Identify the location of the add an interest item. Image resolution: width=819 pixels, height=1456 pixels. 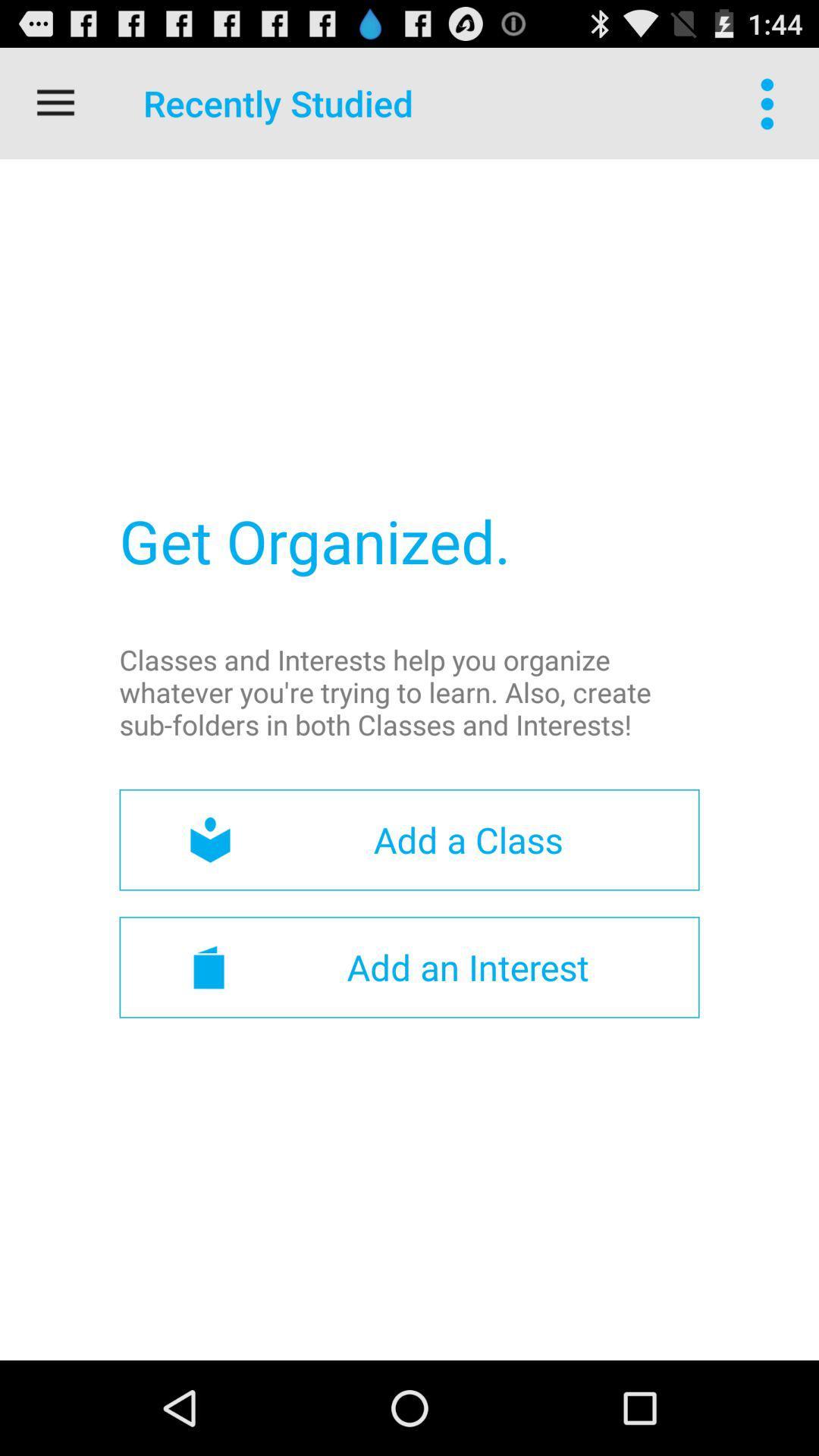
(409, 966).